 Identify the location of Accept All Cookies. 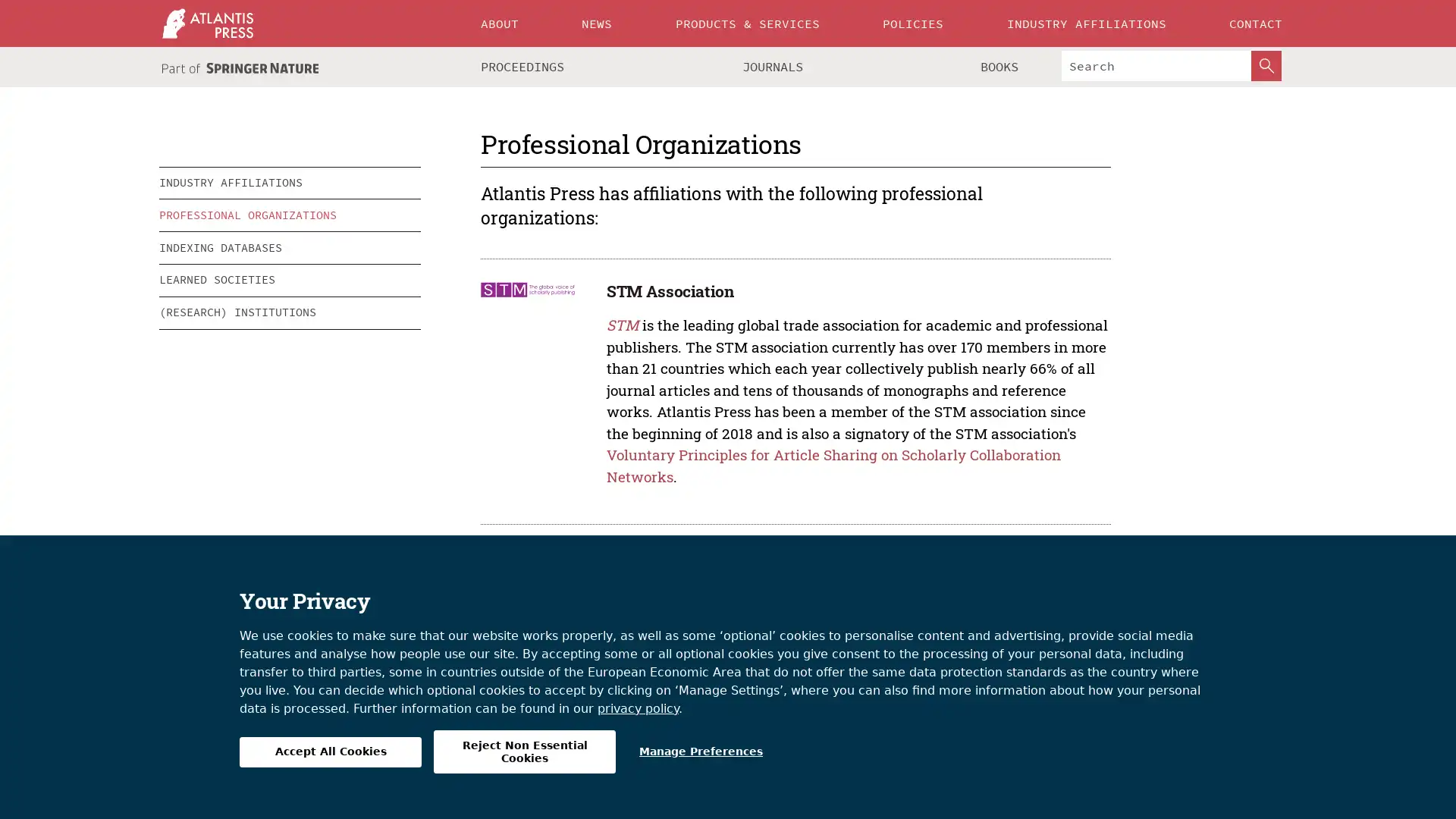
(330, 752).